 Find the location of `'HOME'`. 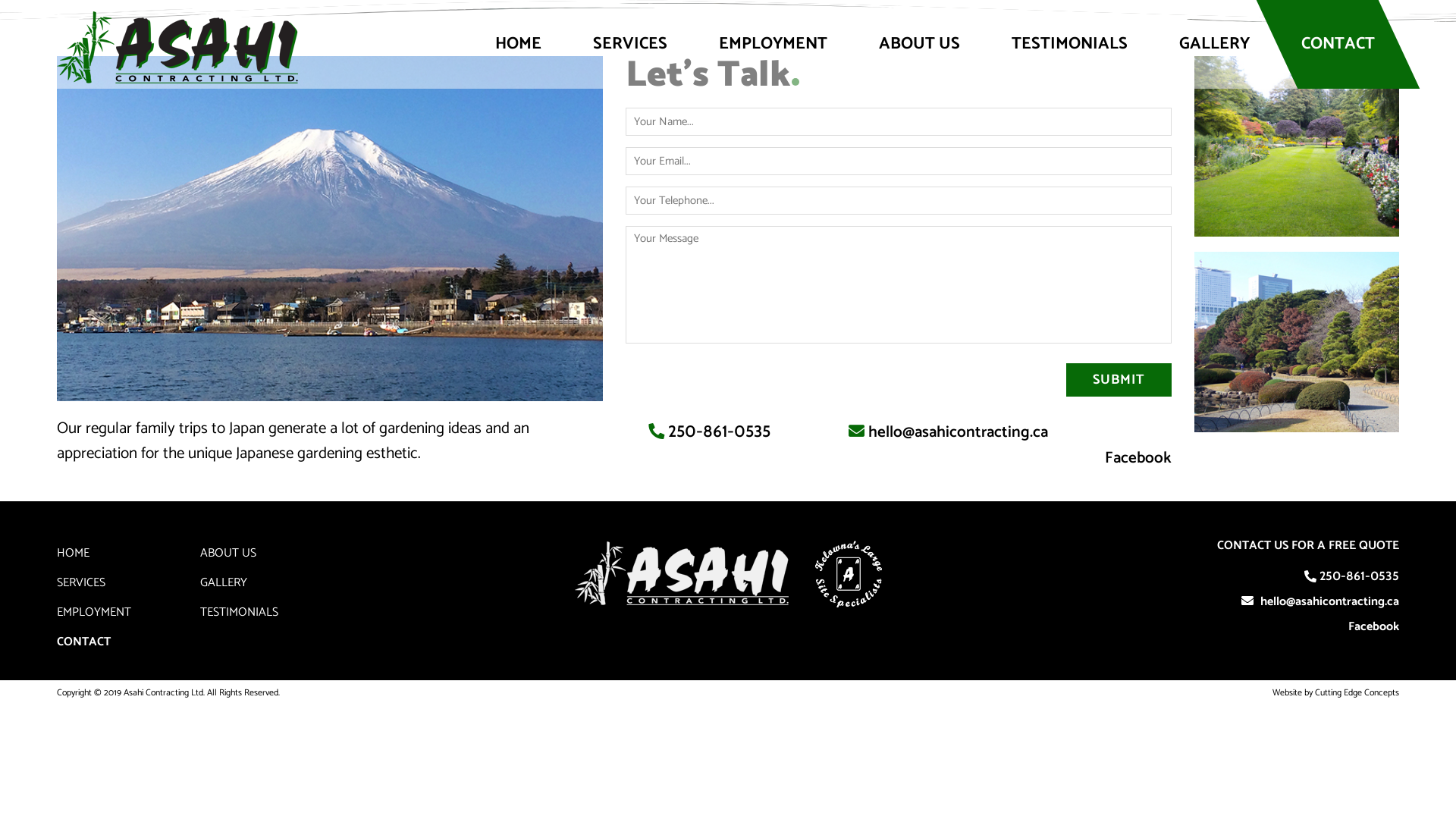

'HOME' is located at coordinates (72, 553).